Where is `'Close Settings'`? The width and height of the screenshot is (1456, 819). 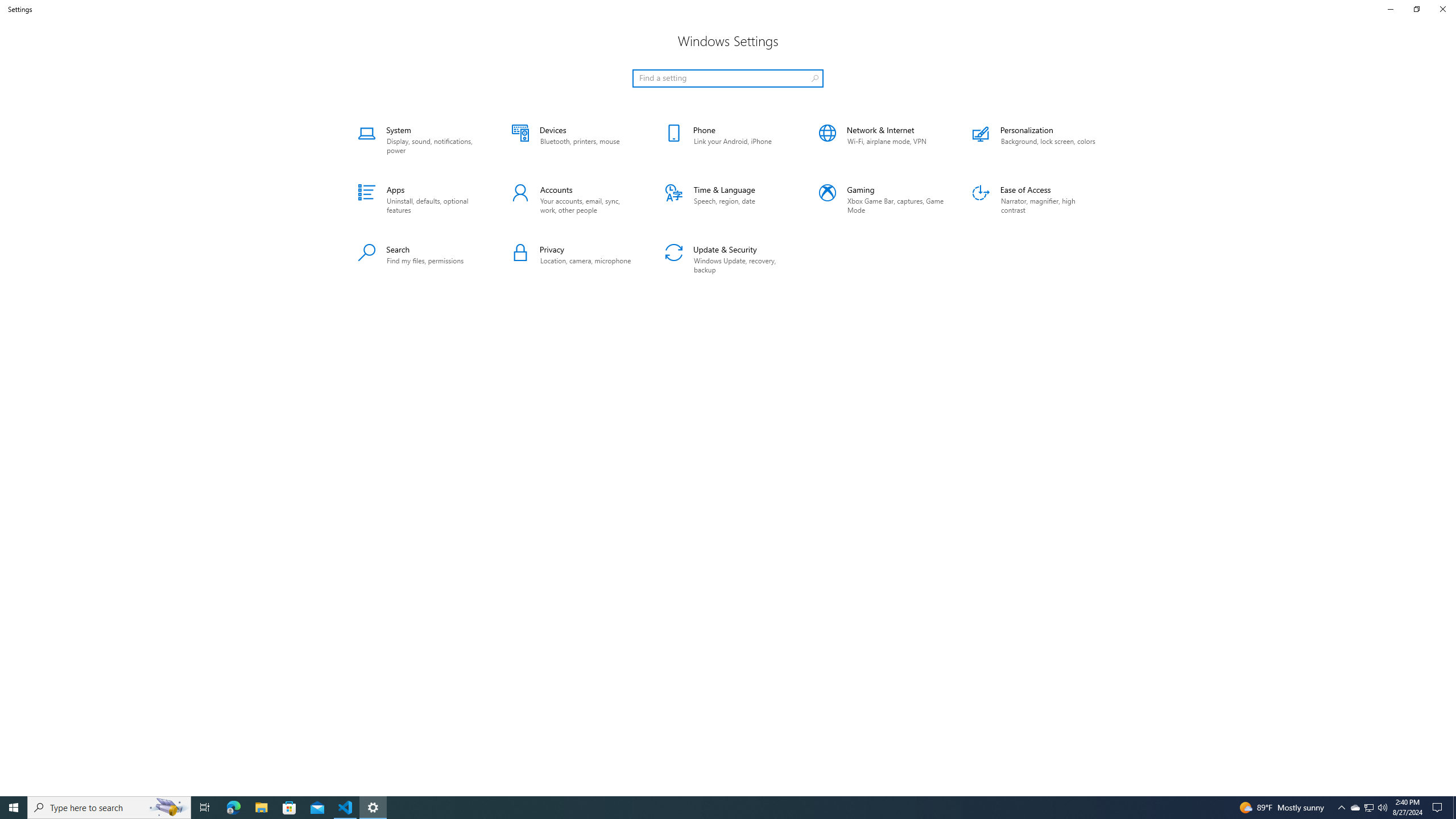
'Close Settings' is located at coordinates (1442, 9).